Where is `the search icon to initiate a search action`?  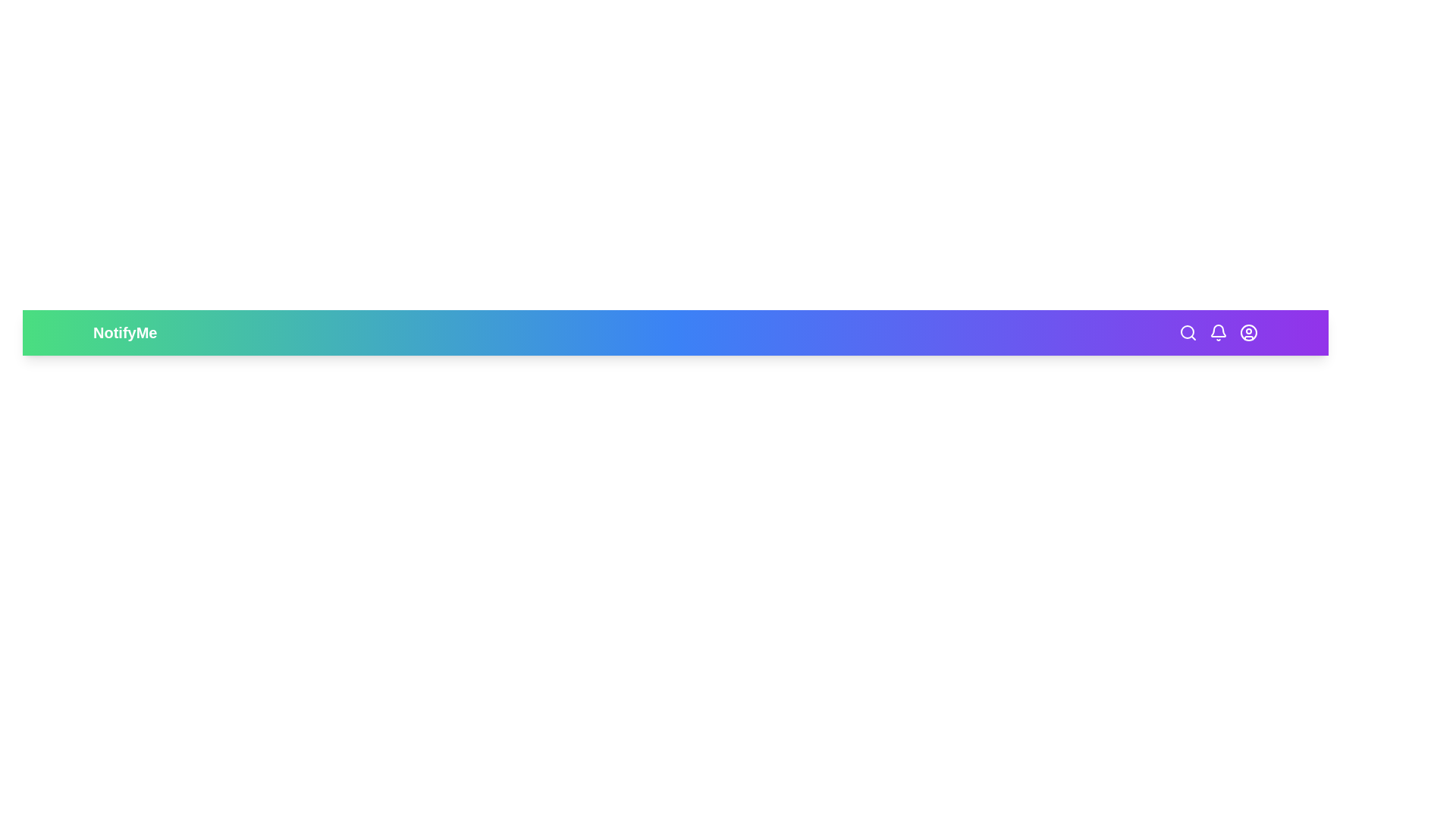
the search icon to initiate a search action is located at coordinates (1187, 332).